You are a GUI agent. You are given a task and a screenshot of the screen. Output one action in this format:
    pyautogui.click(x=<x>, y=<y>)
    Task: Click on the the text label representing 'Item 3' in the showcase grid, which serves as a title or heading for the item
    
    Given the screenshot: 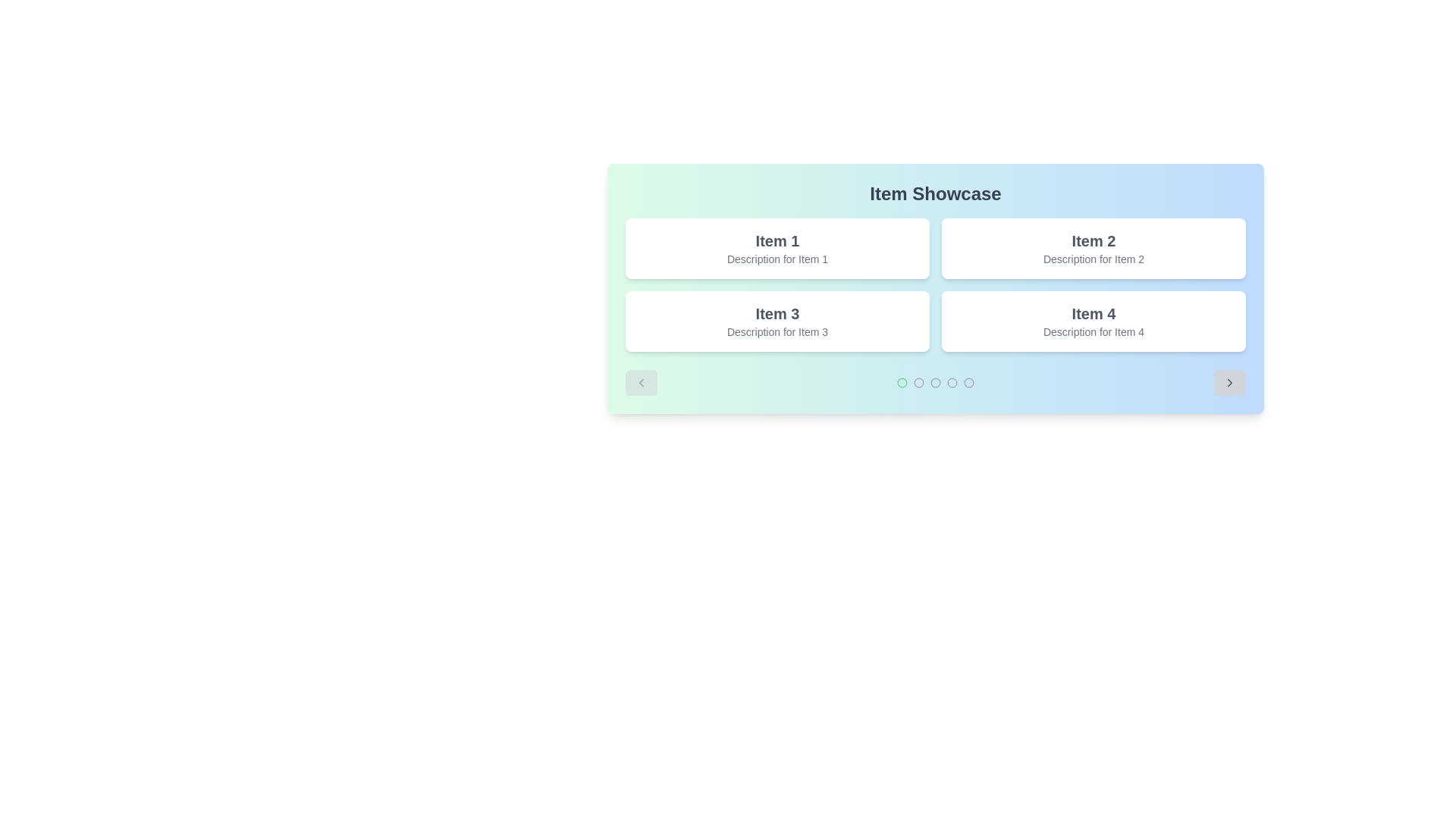 What is the action you would take?
    pyautogui.click(x=777, y=312)
    